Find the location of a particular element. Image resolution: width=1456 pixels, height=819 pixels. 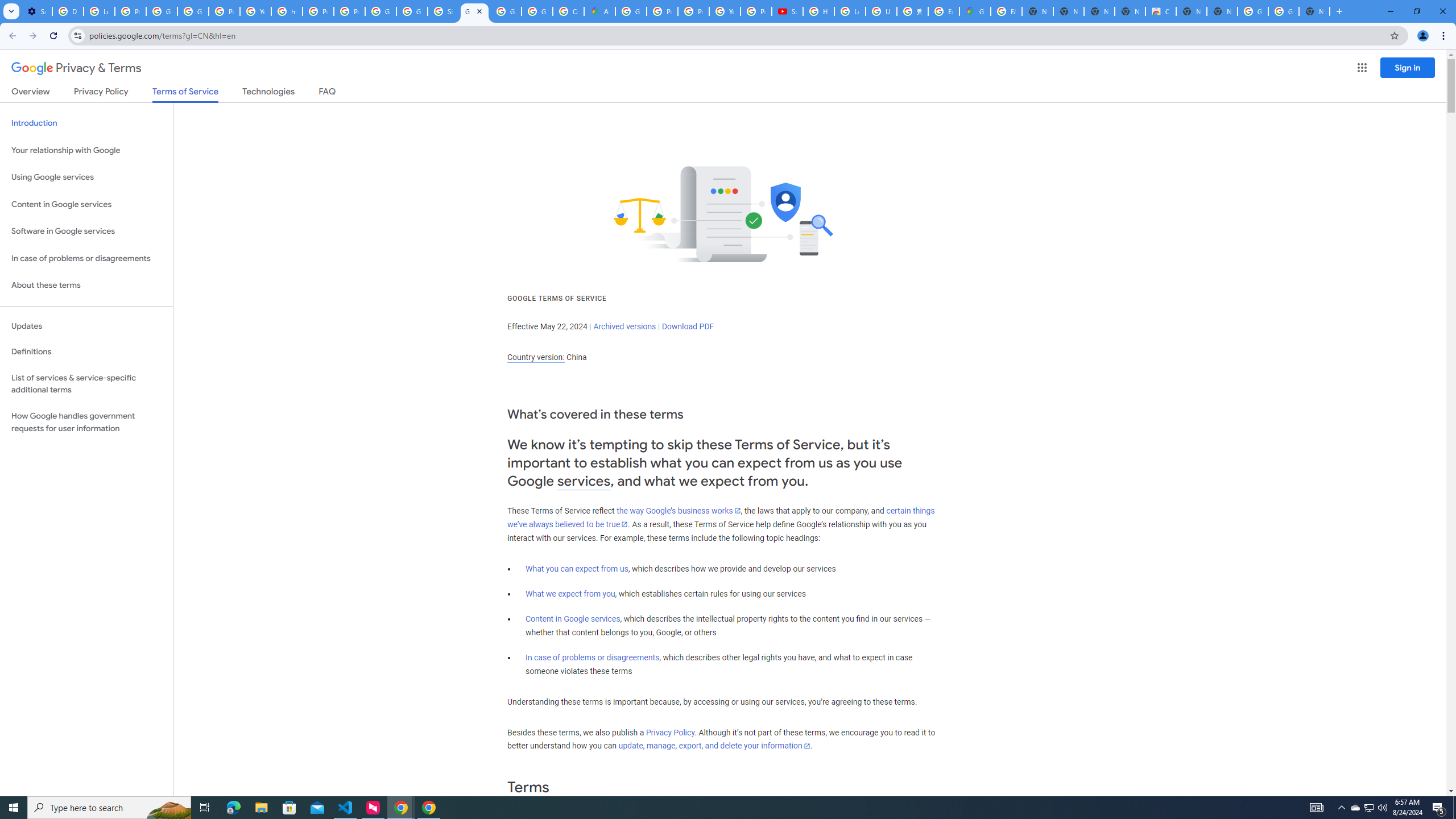

'Learn how to find your photos - Google Photos Help' is located at coordinates (99, 11).